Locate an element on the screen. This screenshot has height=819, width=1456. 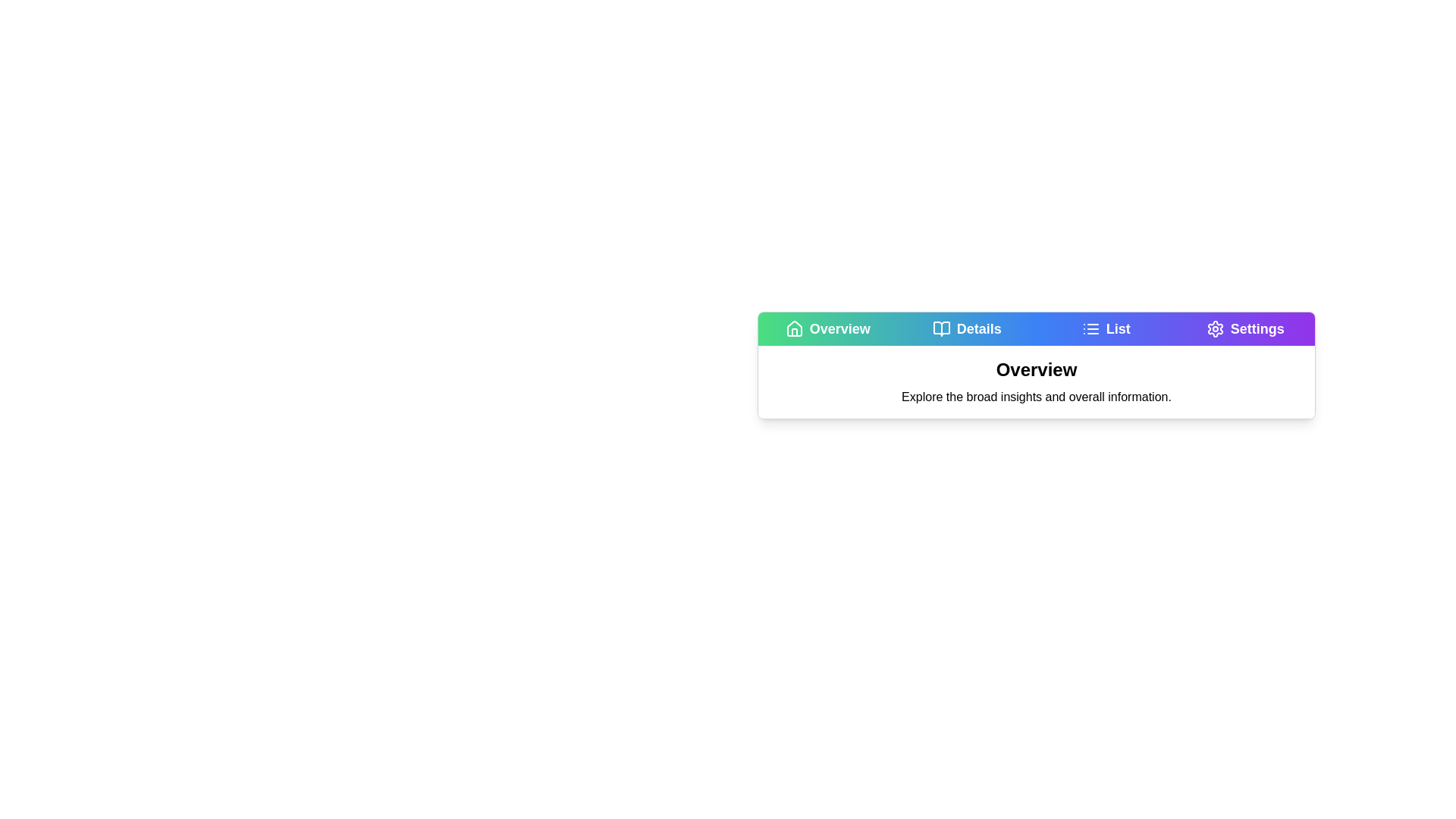
the navigation button located in the top-right corner of the interface is located at coordinates (1245, 328).